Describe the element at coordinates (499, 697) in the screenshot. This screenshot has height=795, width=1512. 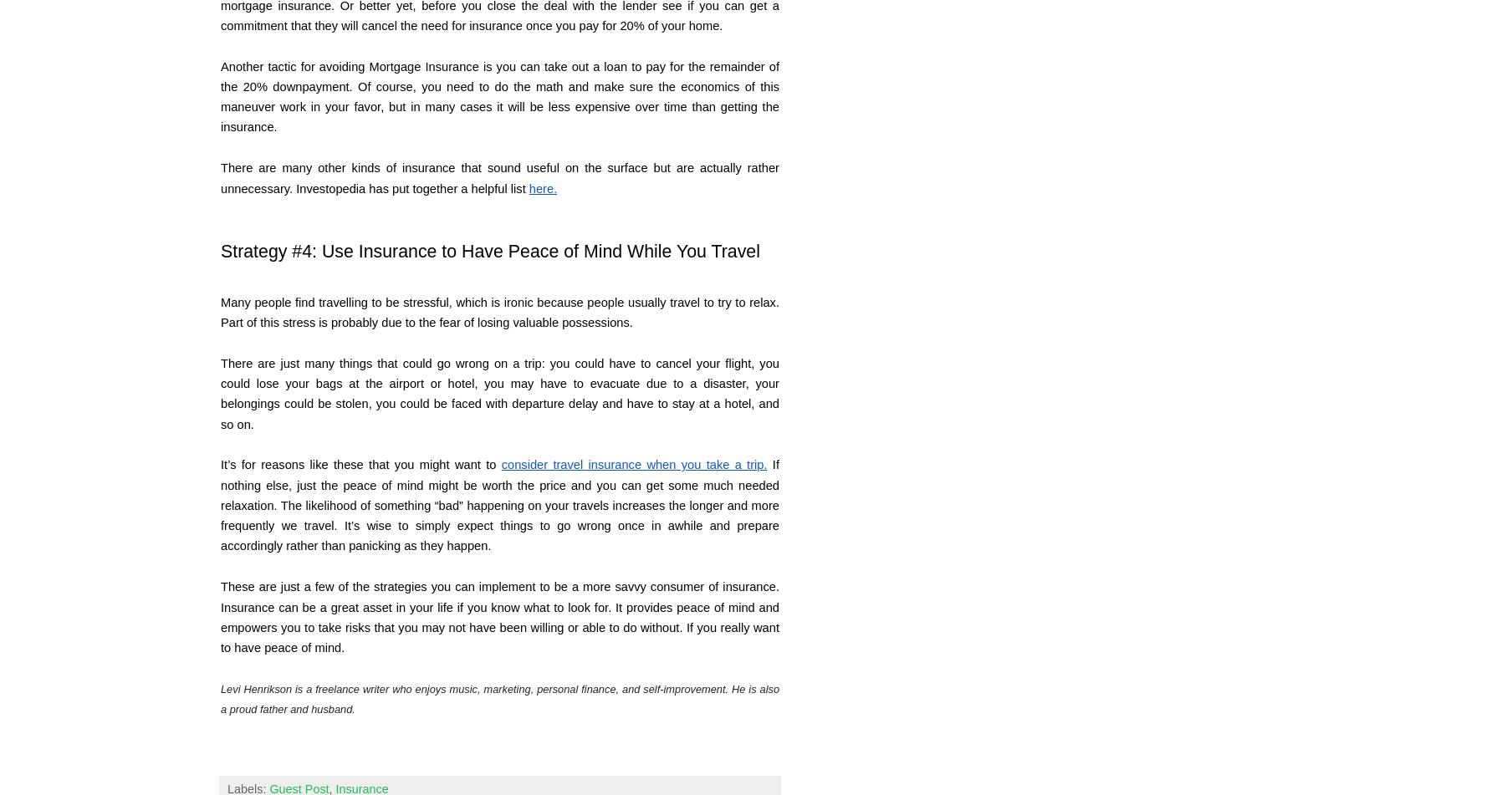
I see `'Levi Henrikson is a freelance writer who enjoys music, marketing, personal finance, and self-improvement. He is also a proud father and husband.'` at that location.